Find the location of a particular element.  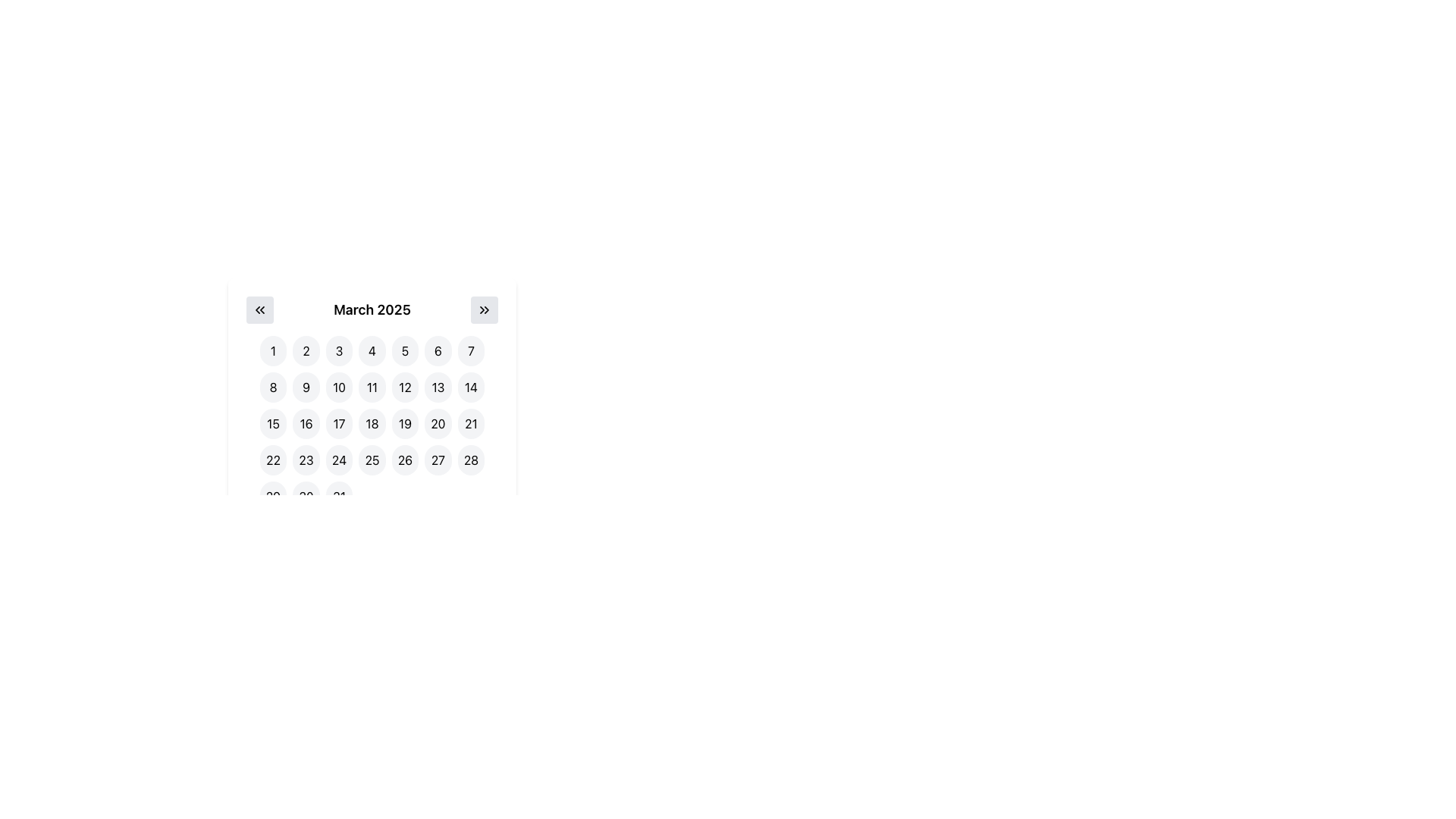

the date selection button for '26' in the calendar interface under 'March 2025' is located at coordinates (405, 459).